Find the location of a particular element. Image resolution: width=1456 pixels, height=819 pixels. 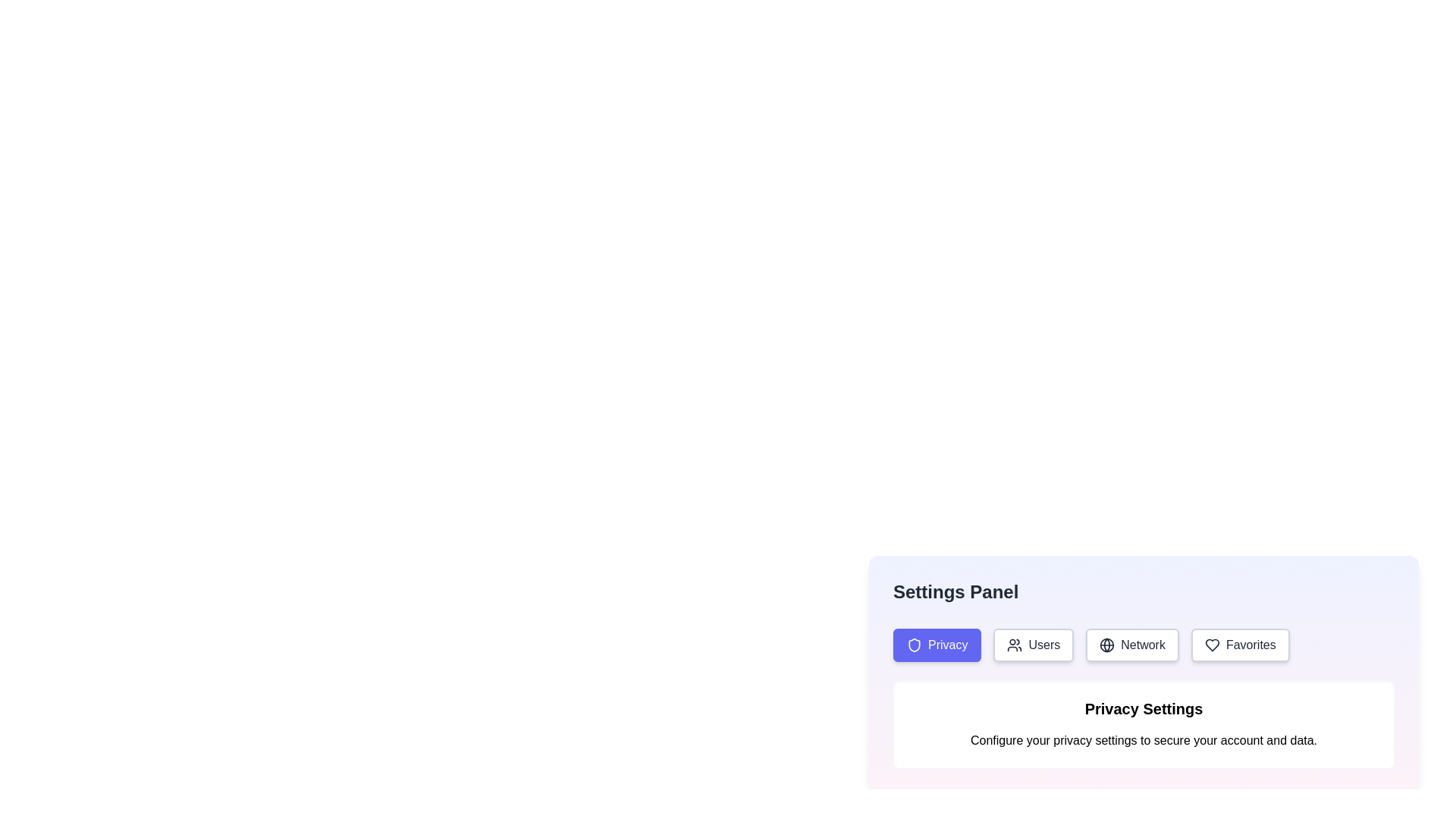

the 'Network' text label within the navigation button located at the top-right section of the settings interface is located at coordinates (1143, 645).